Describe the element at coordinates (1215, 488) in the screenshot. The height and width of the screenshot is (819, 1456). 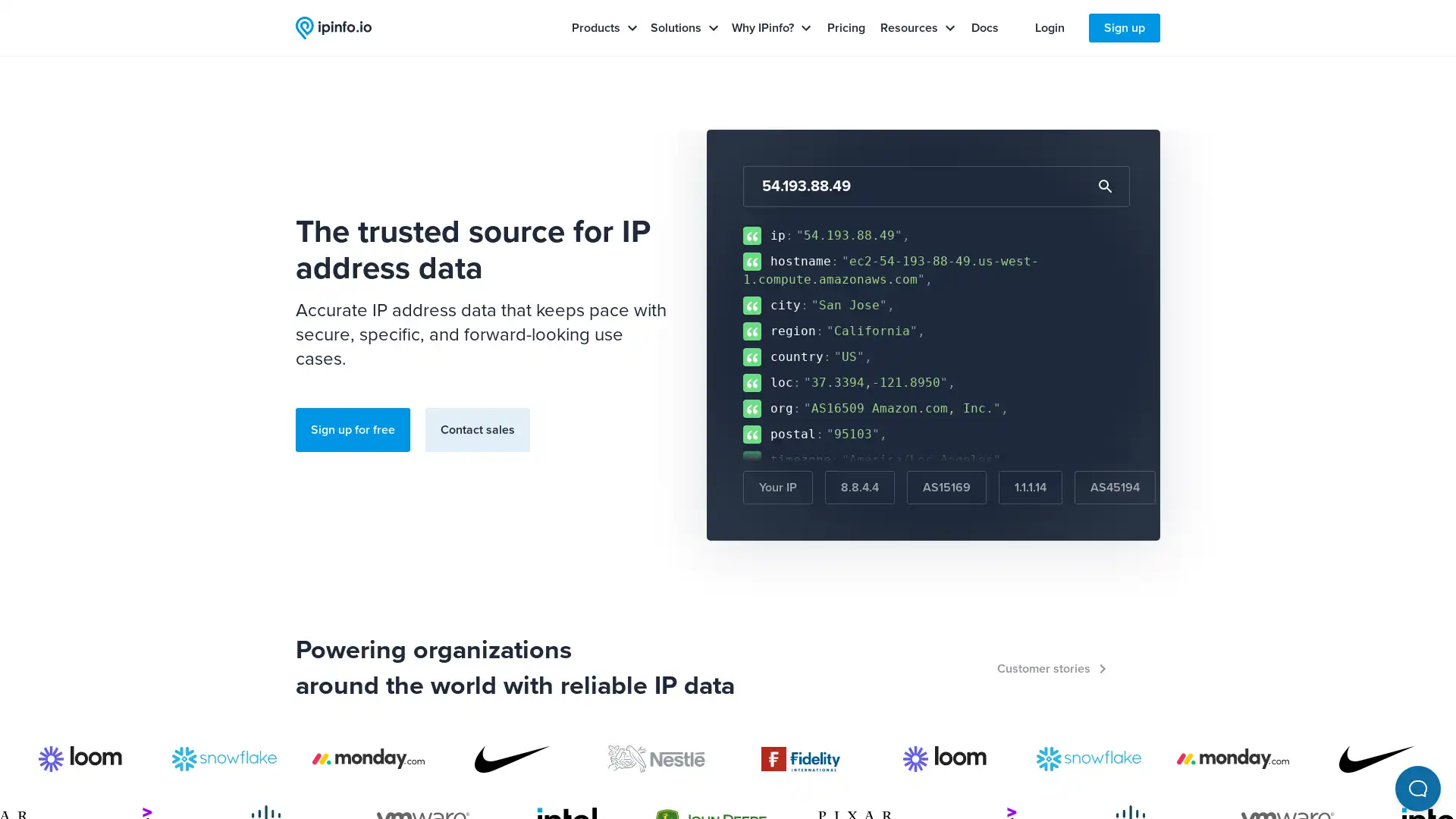
I see `68.87.41.40` at that location.